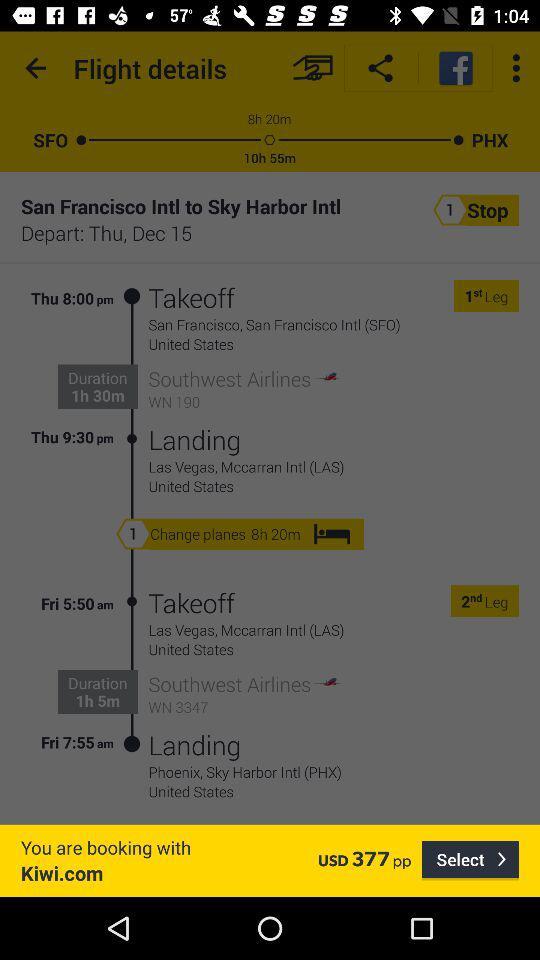 This screenshot has width=540, height=960. What do you see at coordinates (476, 295) in the screenshot?
I see `the item next to the leg item` at bounding box center [476, 295].